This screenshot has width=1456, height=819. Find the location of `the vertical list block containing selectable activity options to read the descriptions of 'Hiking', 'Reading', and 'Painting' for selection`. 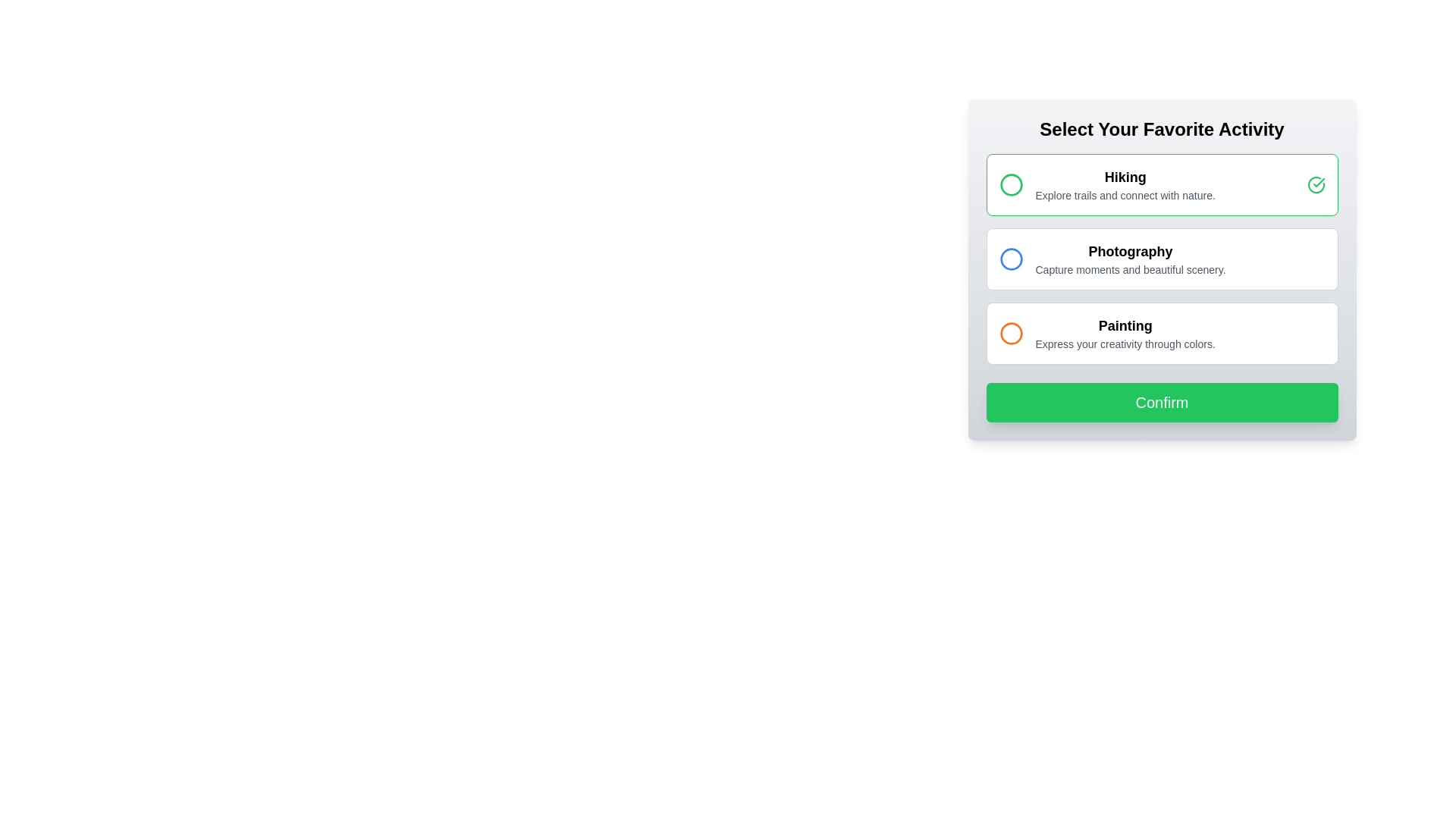

the vertical list block containing selectable activity options to read the descriptions of 'Hiking', 'Reading', and 'Painting' for selection is located at coordinates (1161, 259).